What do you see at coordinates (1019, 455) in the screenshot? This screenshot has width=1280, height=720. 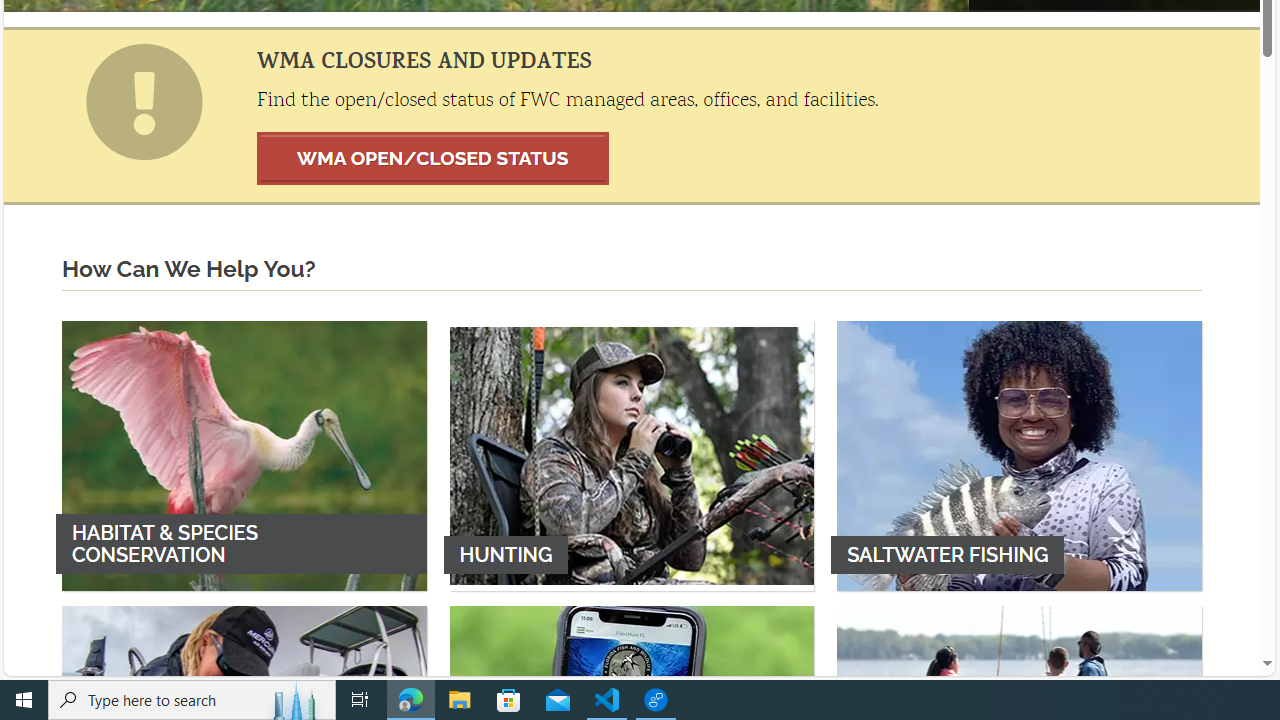 I see `'SALTWATER FISHING'` at bounding box center [1019, 455].